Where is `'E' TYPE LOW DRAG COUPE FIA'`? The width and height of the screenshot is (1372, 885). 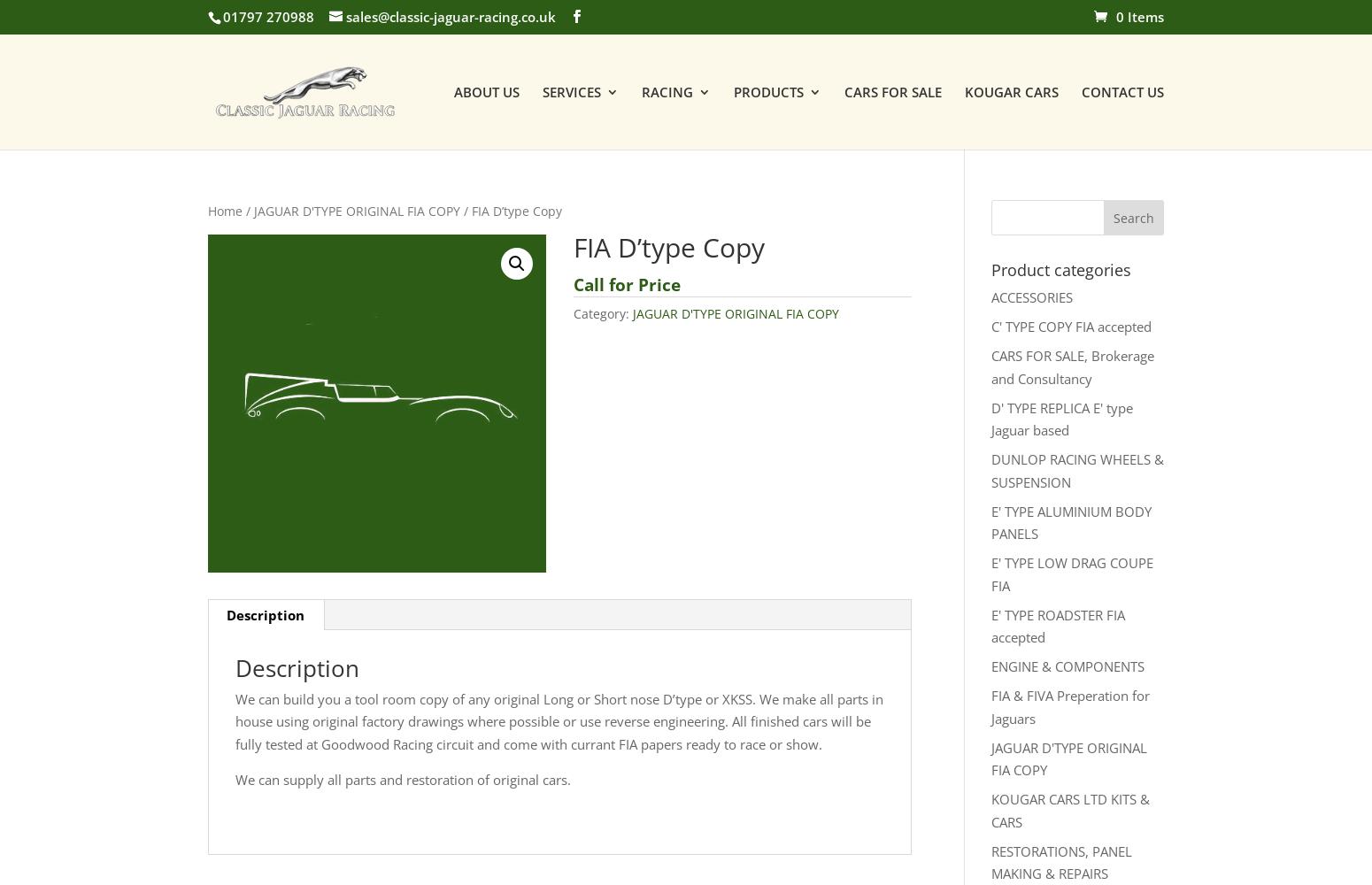
'E' TYPE LOW DRAG COUPE FIA' is located at coordinates (1071, 573).